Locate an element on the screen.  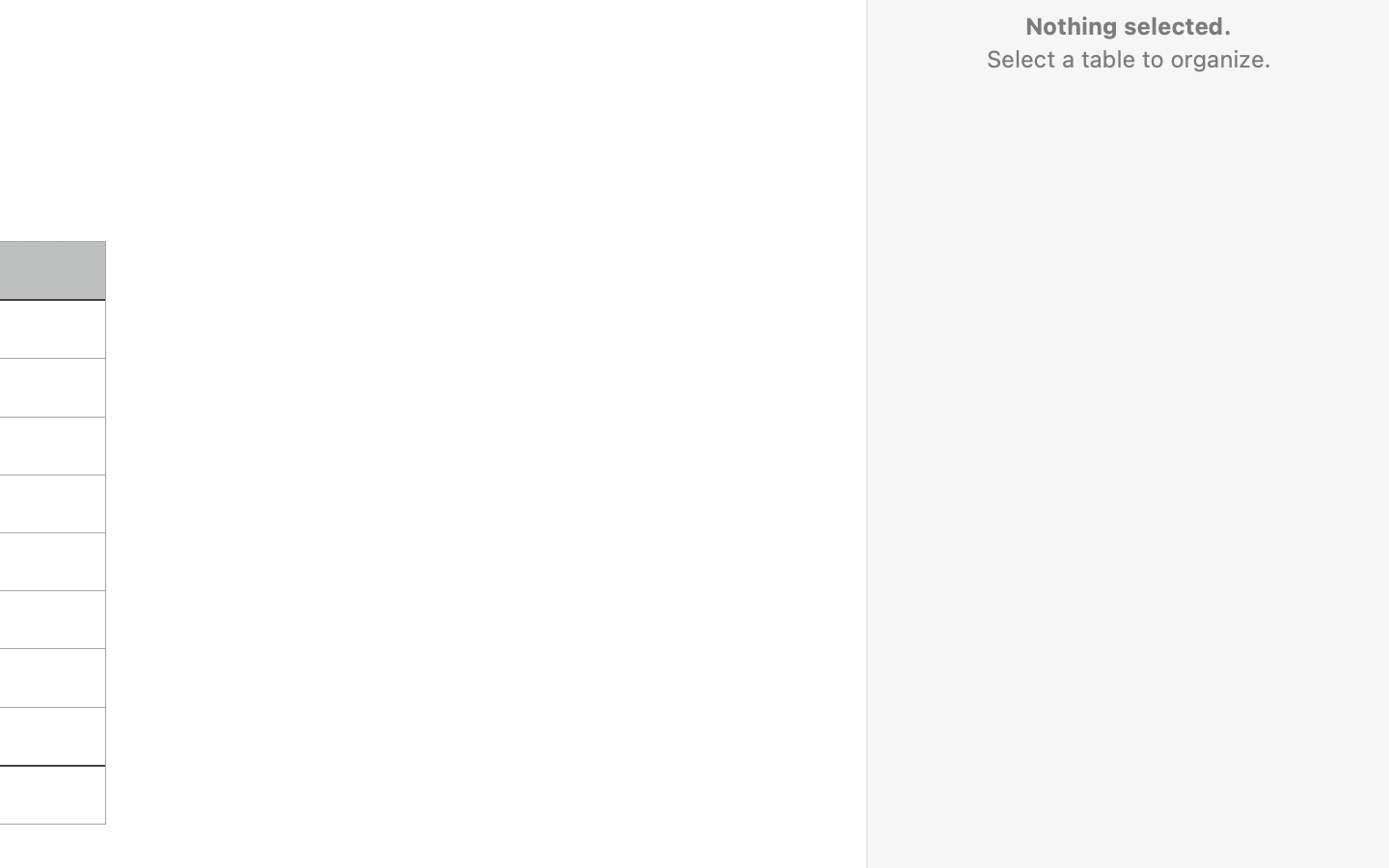
'Nothing selected.' is located at coordinates (1127, 25).